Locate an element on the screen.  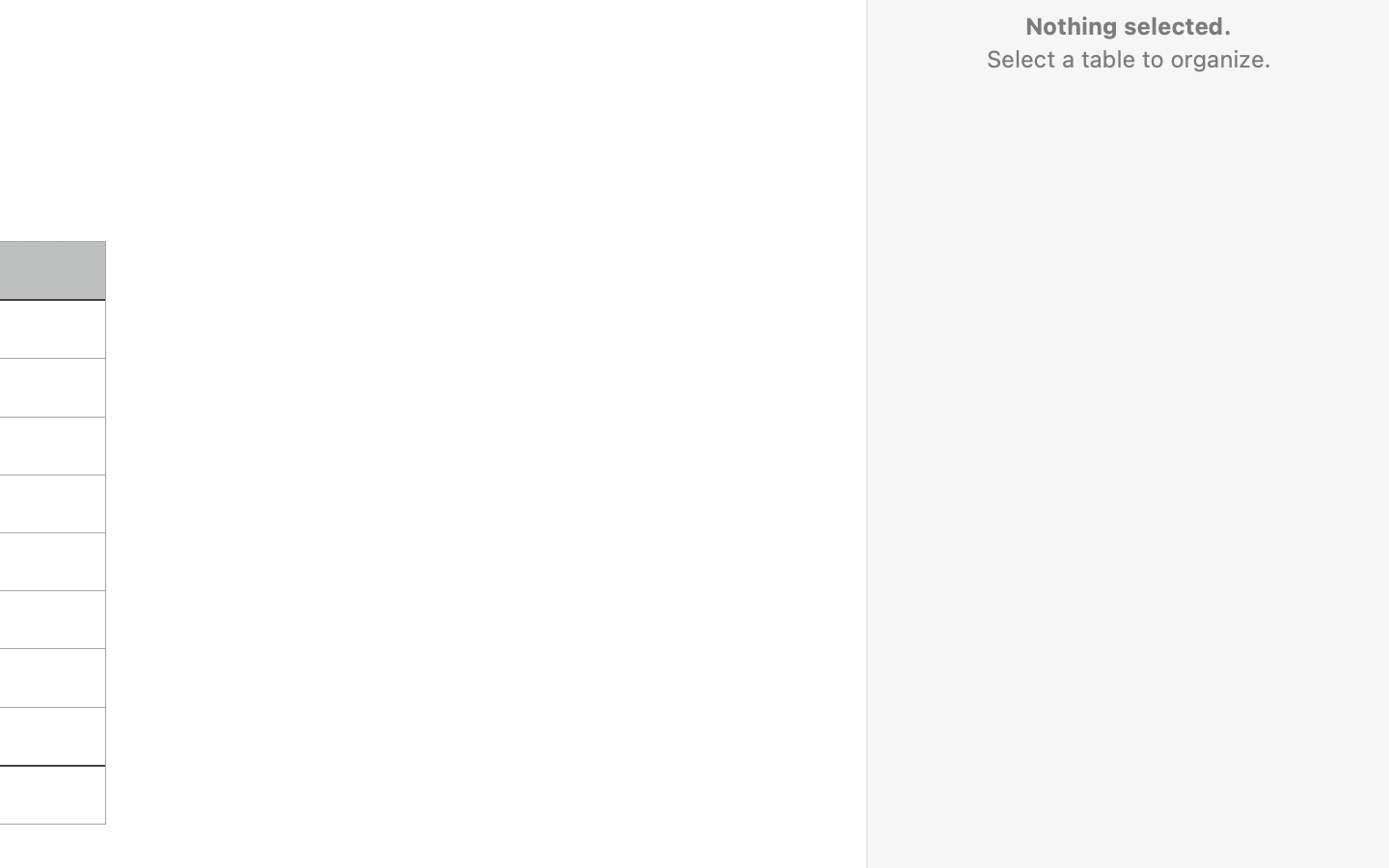
'Nothing selected.' is located at coordinates (1127, 25).